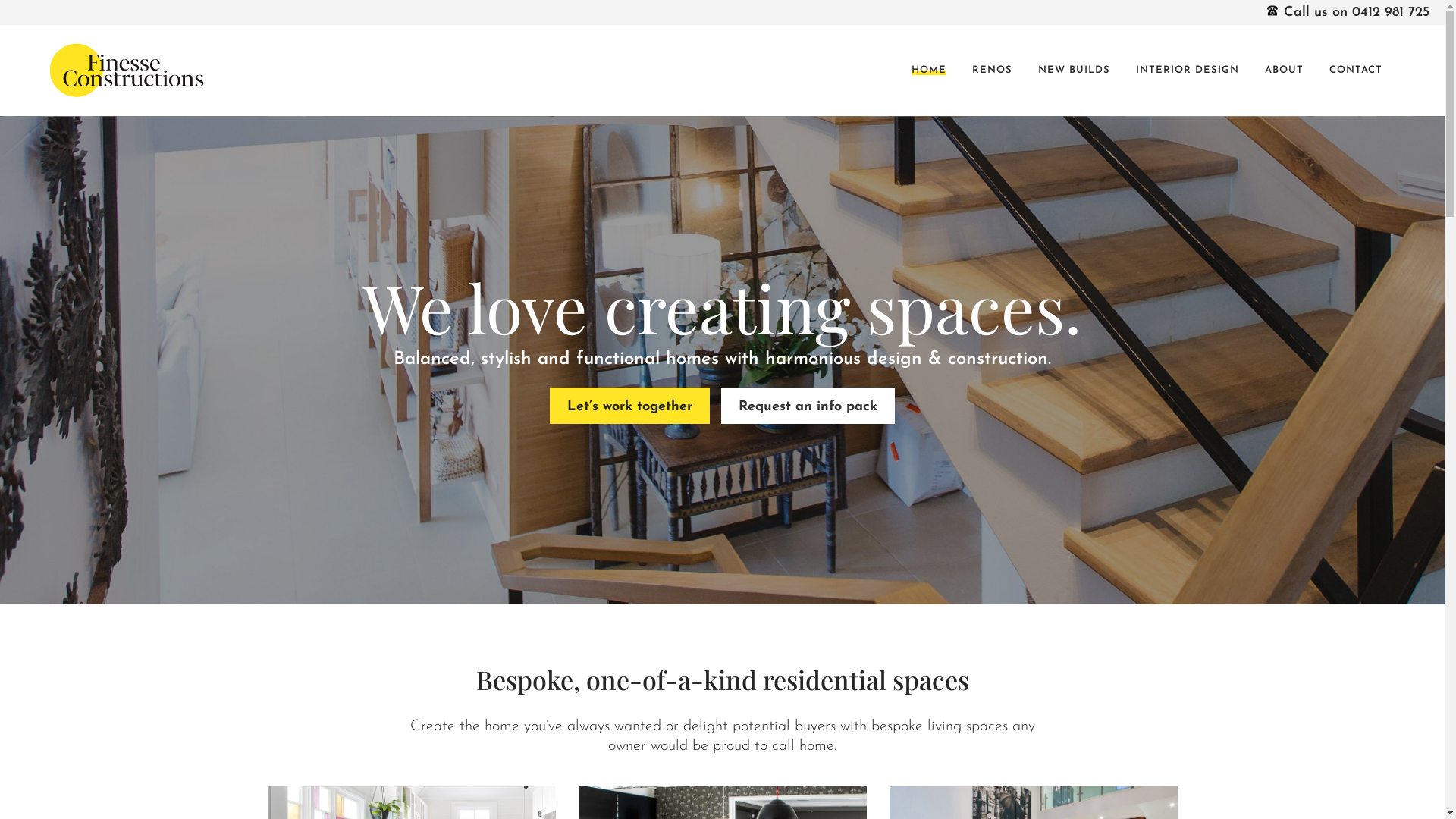 The width and height of the screenshot is (1456, 819). I want to click on 'INTERIOR DESIGN', so click(1186, 70).